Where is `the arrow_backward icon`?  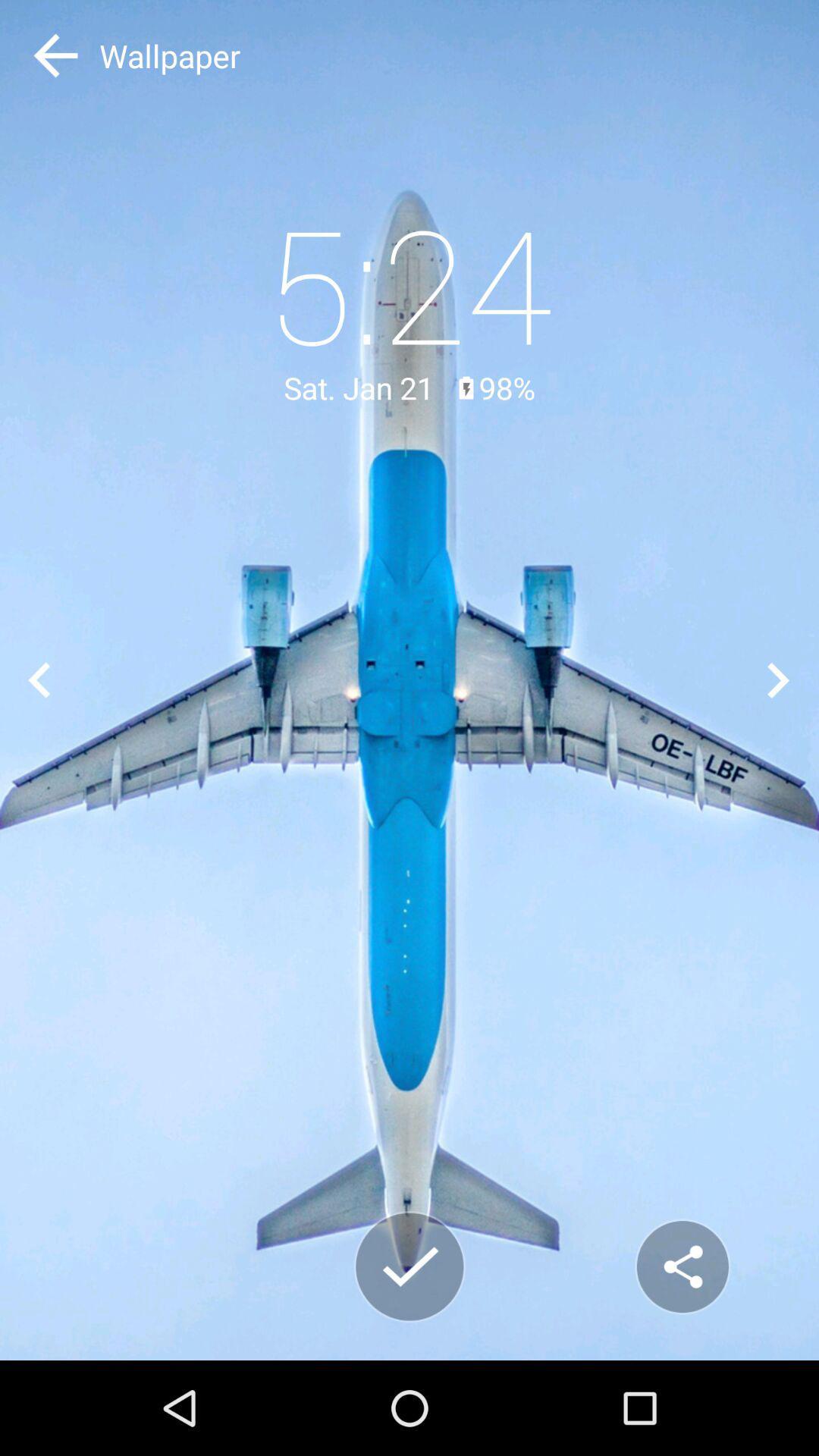 the arrow_backward icon is located at coordinates (39, 679).